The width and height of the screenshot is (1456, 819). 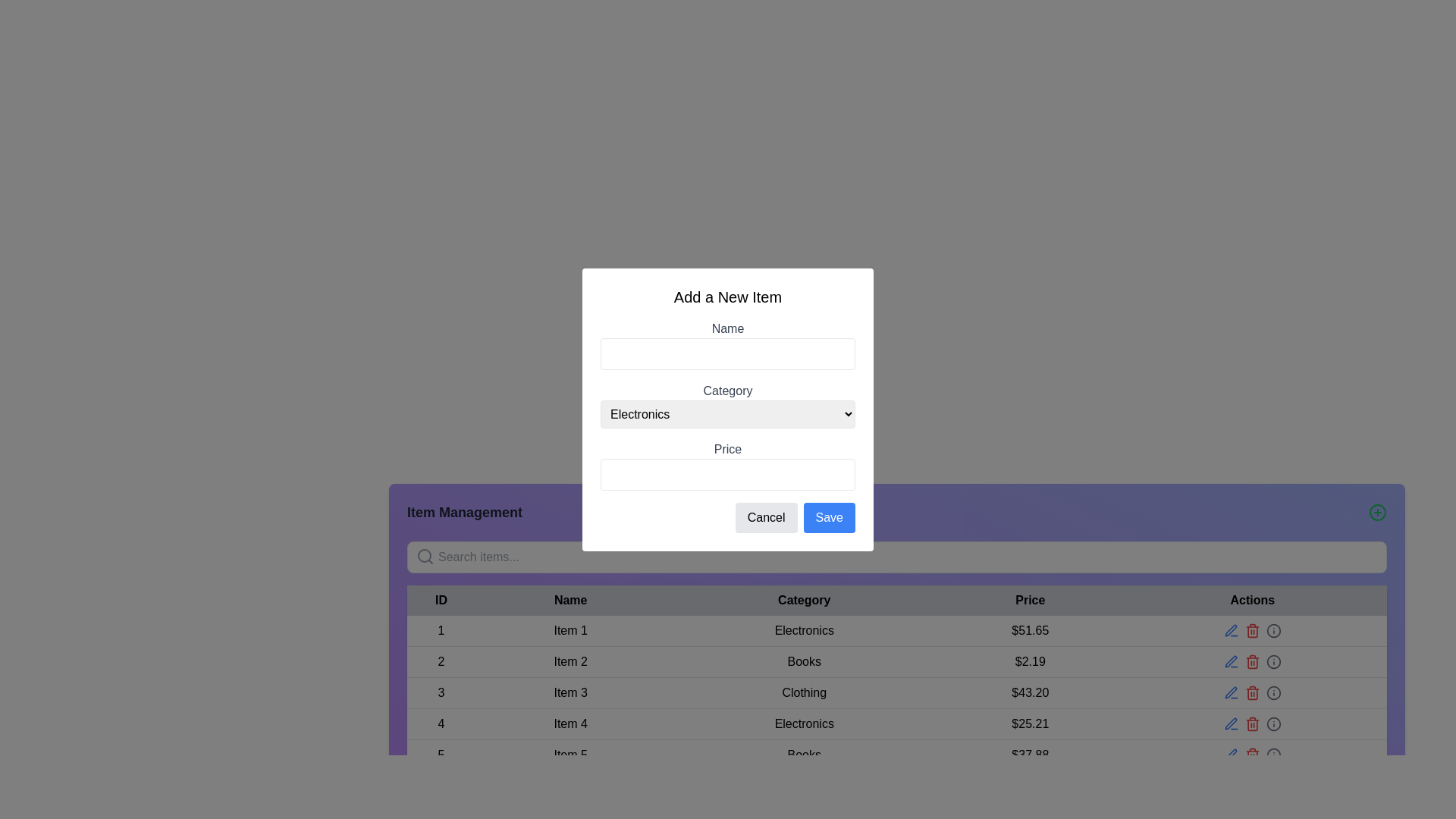 What do you see at coordinates (728, 409) in the screenshot?
I see `the 'Electronics' dropdown menu in the 'Add a New Item' modal` at bounding box center [728, 409].